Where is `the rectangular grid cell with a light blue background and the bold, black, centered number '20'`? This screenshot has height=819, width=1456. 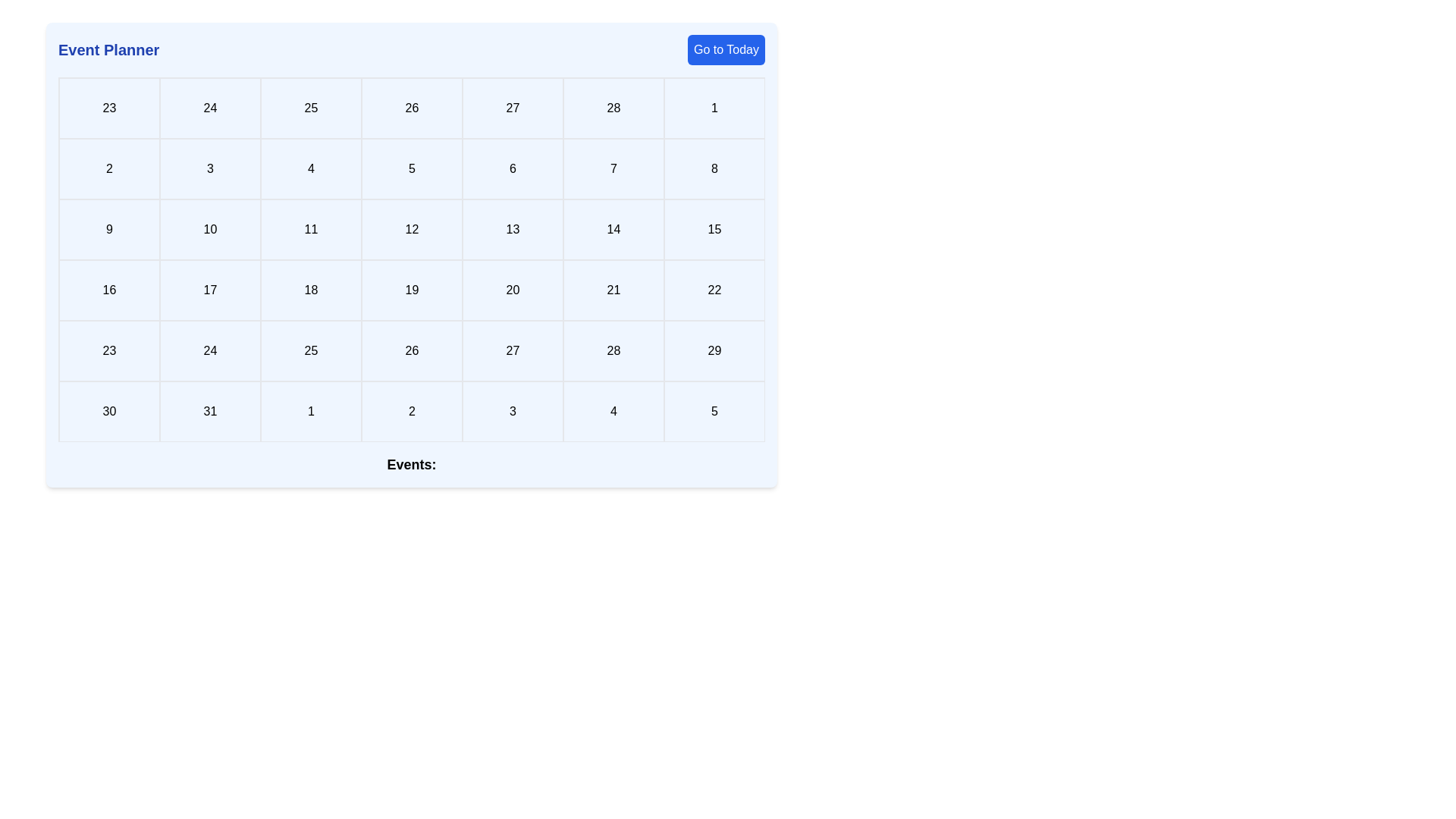
the rectangular grid cell with a light blue background and the bold, black, centered number '20' is located at coordinates (513, 290).